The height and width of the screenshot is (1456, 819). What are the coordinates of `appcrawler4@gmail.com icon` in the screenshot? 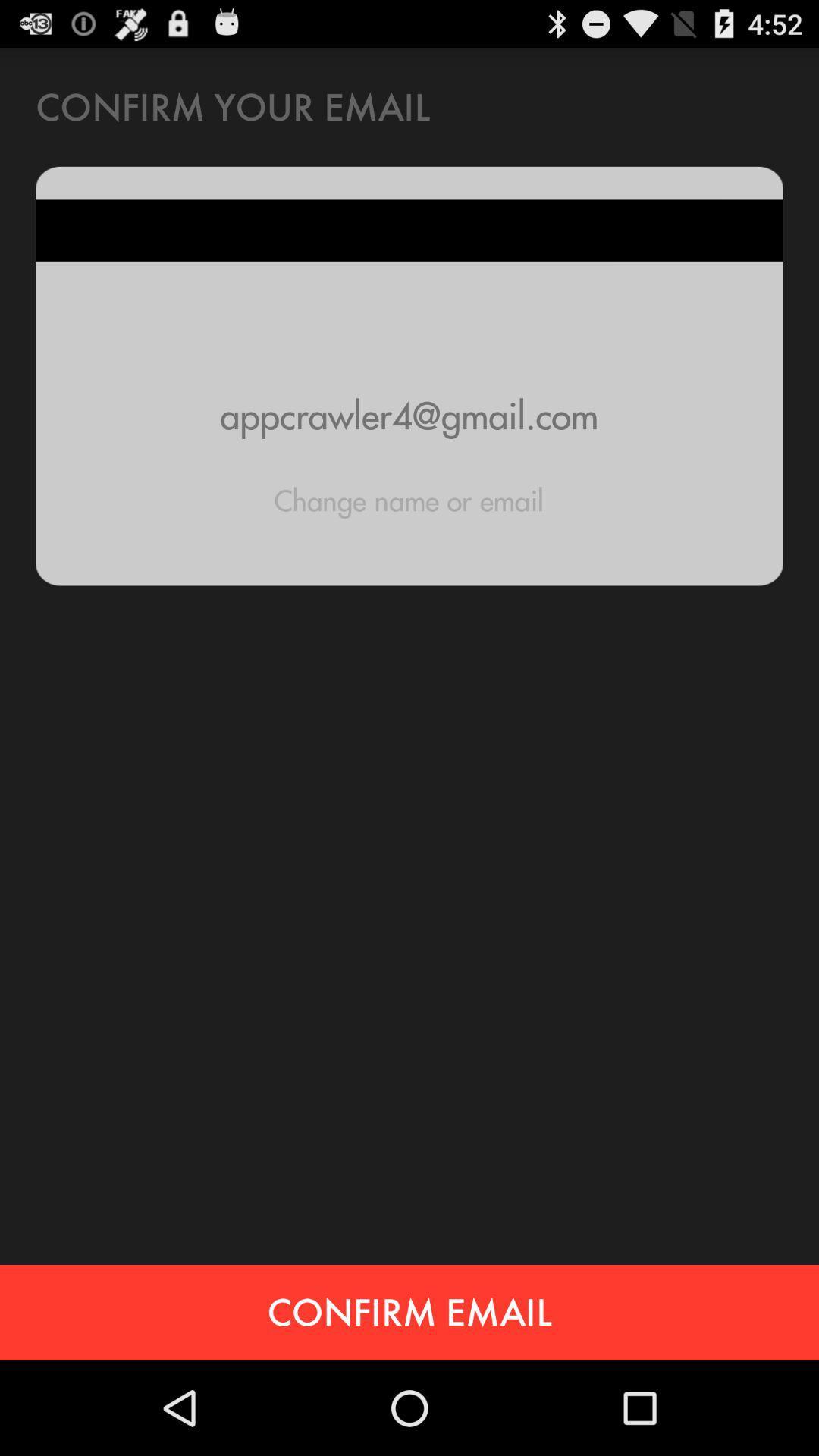 It's located at (409, 416).